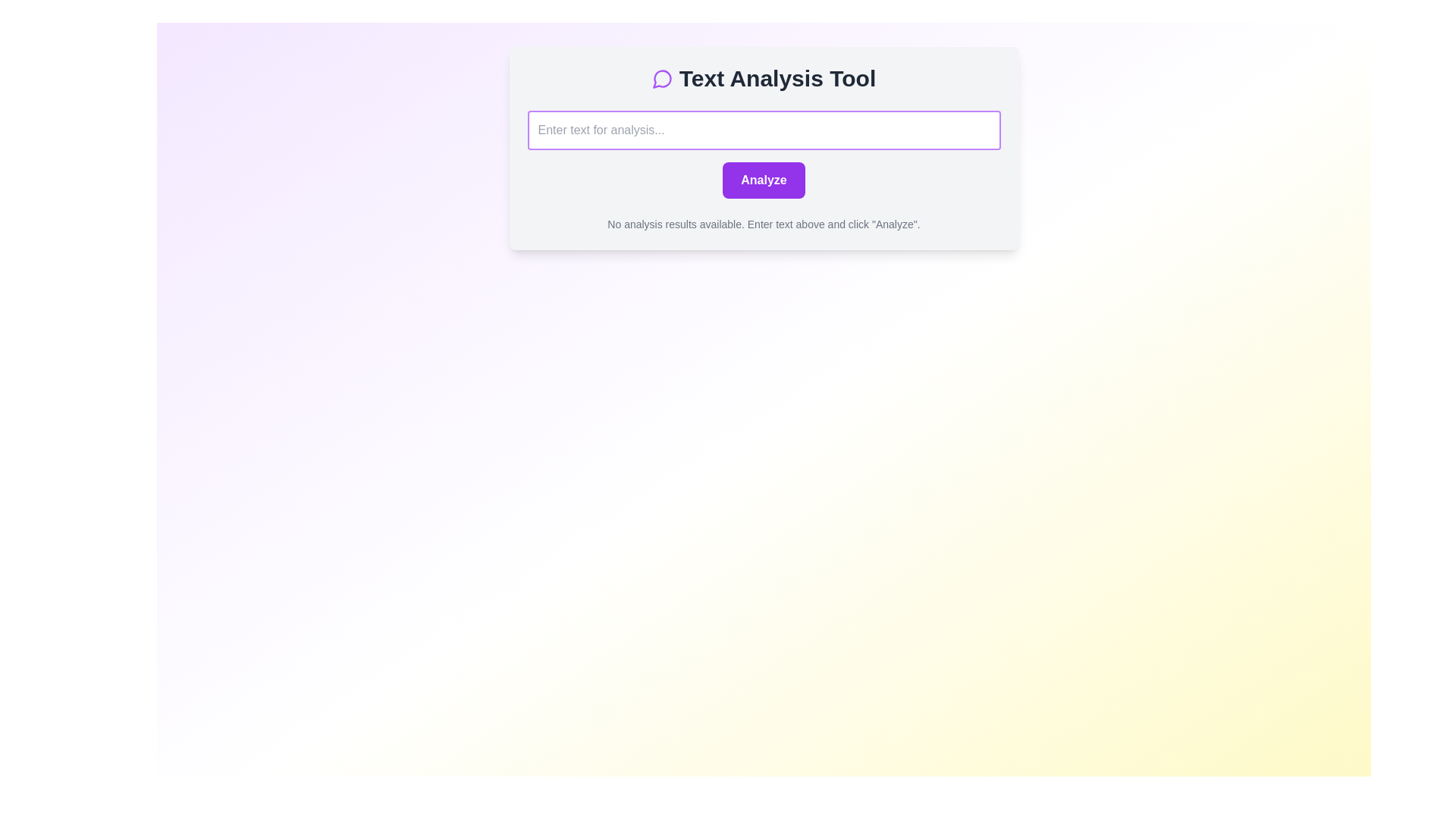 Image resolution: width=1456 pixels, height=819 pixels. What do you see at coordinates (662, 79) in the screenshot?
I see `the purple outline speech bubble icon located to the left of the 'Text Analysis Tool' title in the header section` at bounding box center [662, 79].